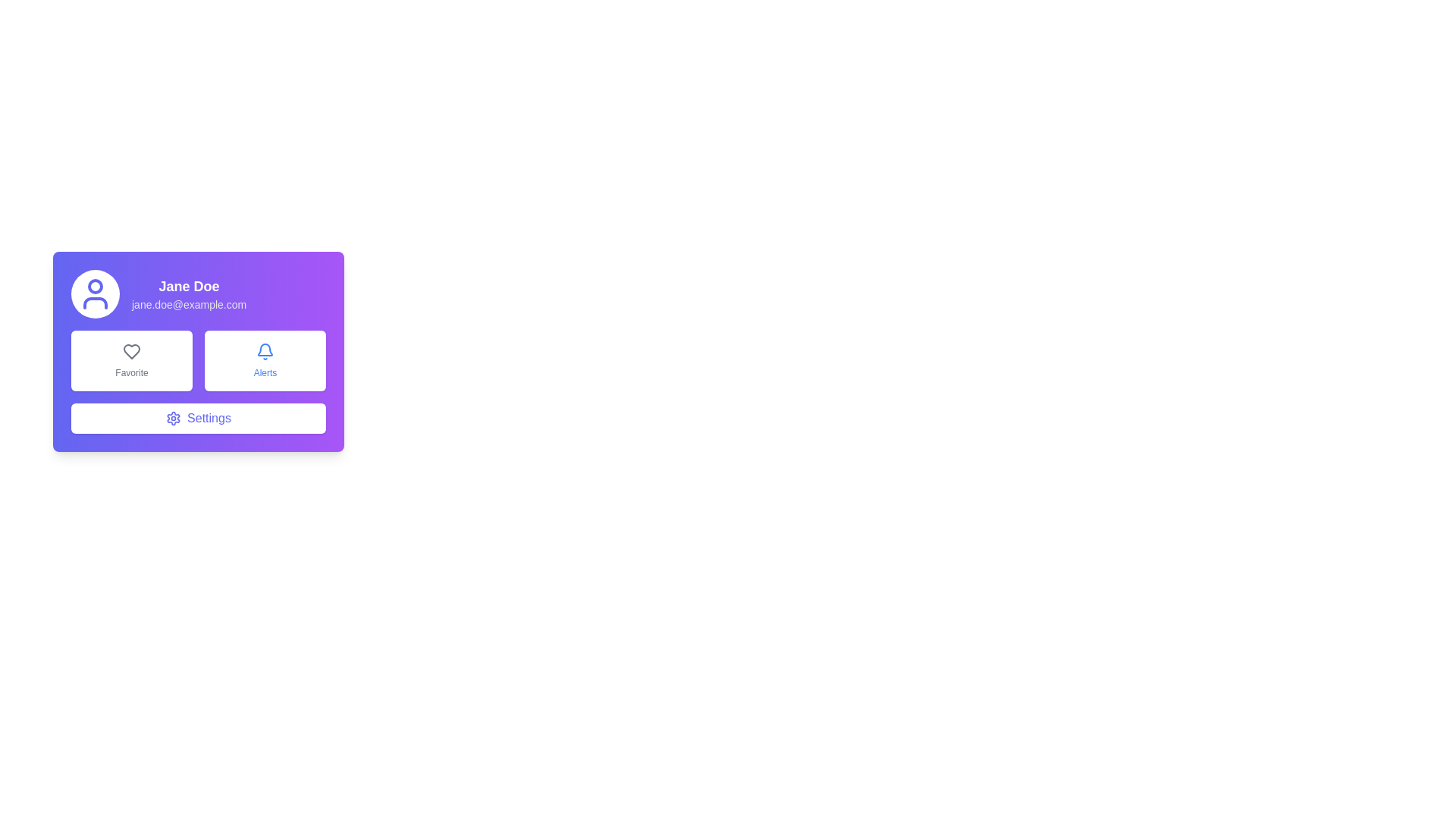  Describe the element at coordinates (265, 350) in the screenshot. I see `the notification icon located in the right segment of the alert section within the card component` at that location.